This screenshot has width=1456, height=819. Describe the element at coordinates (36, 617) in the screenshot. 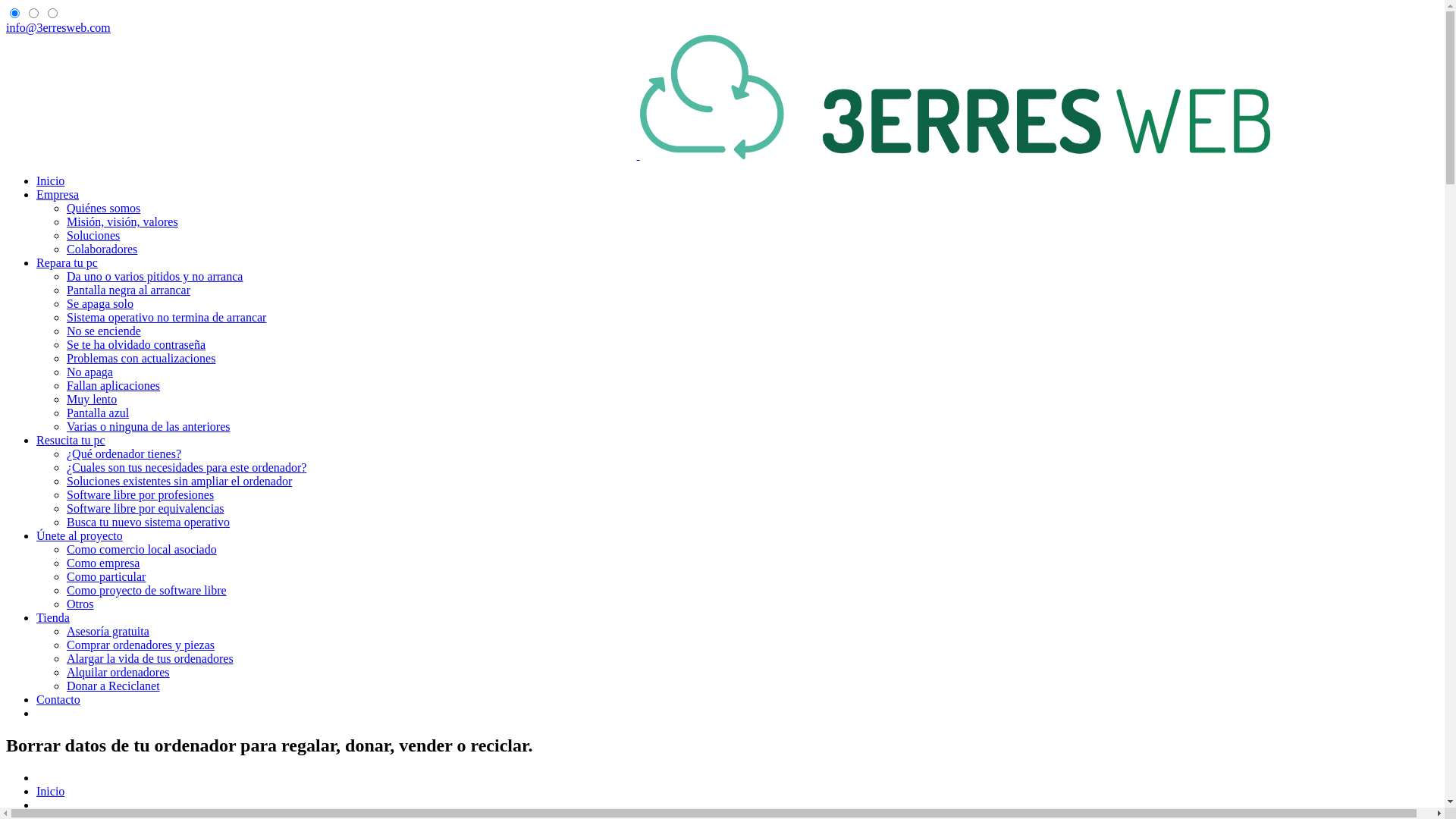

I see `'Tienda'` at that location.